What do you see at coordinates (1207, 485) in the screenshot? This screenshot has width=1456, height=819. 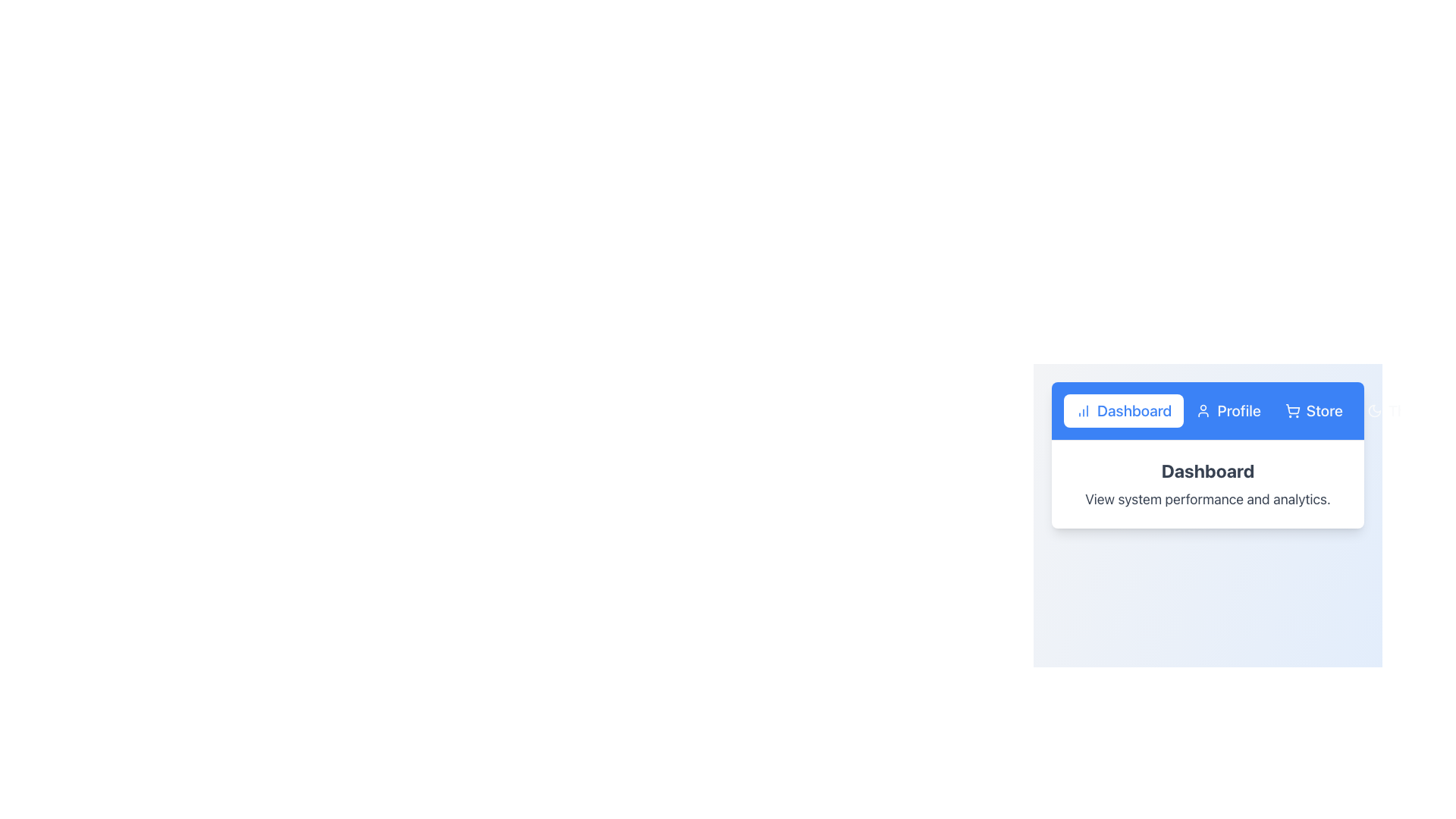 I see `the Text Block titled 'Dashboard', which contains a description stating 'View system performance and analytics.' This element is centered below the navigation tabs` at bounding box center [1207, 485].